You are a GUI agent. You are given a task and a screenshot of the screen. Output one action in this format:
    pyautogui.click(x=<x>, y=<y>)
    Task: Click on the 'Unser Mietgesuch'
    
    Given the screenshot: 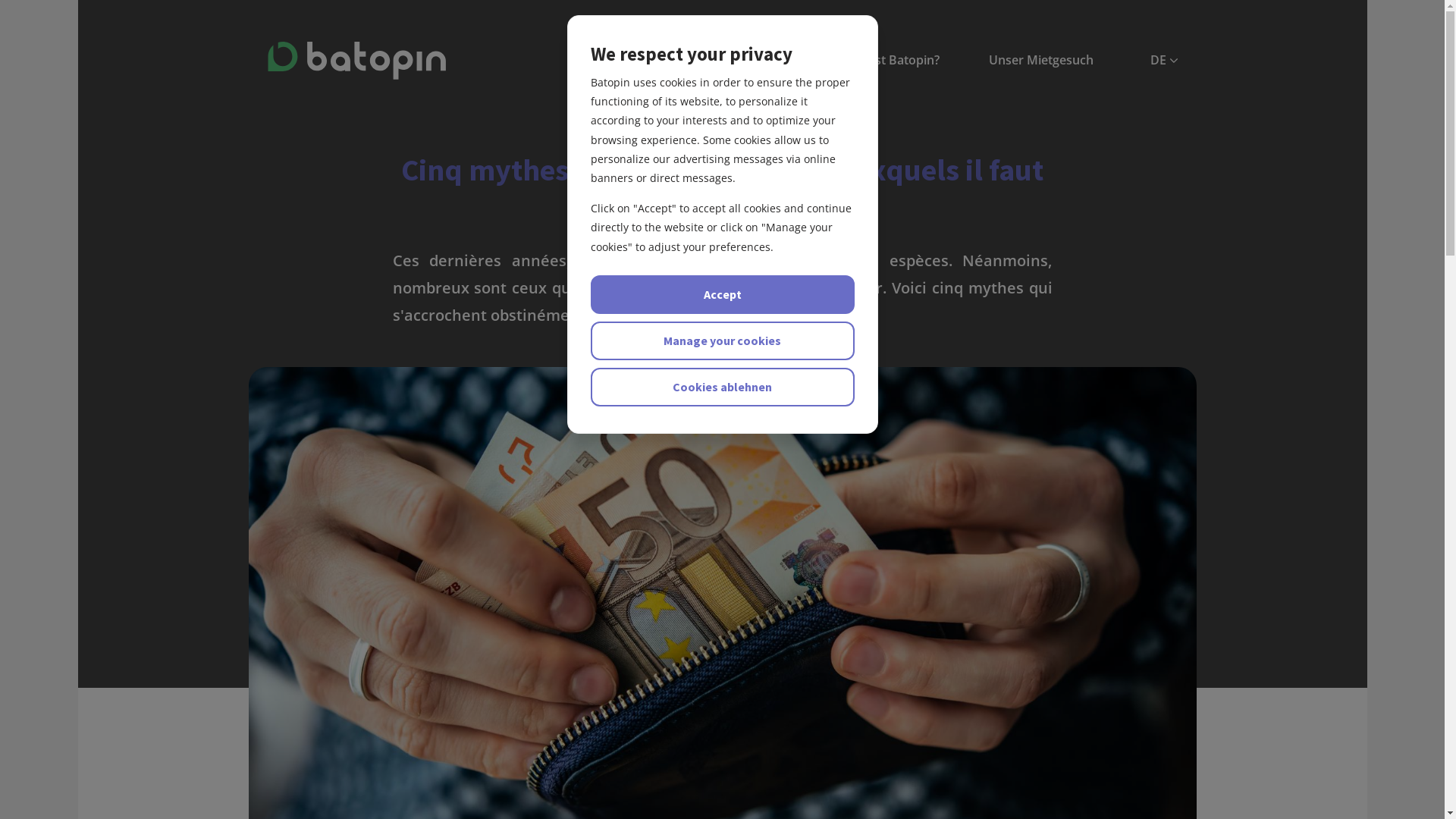 What is the action you would take?
    pyautogui.click(x=1040, y=59)
    